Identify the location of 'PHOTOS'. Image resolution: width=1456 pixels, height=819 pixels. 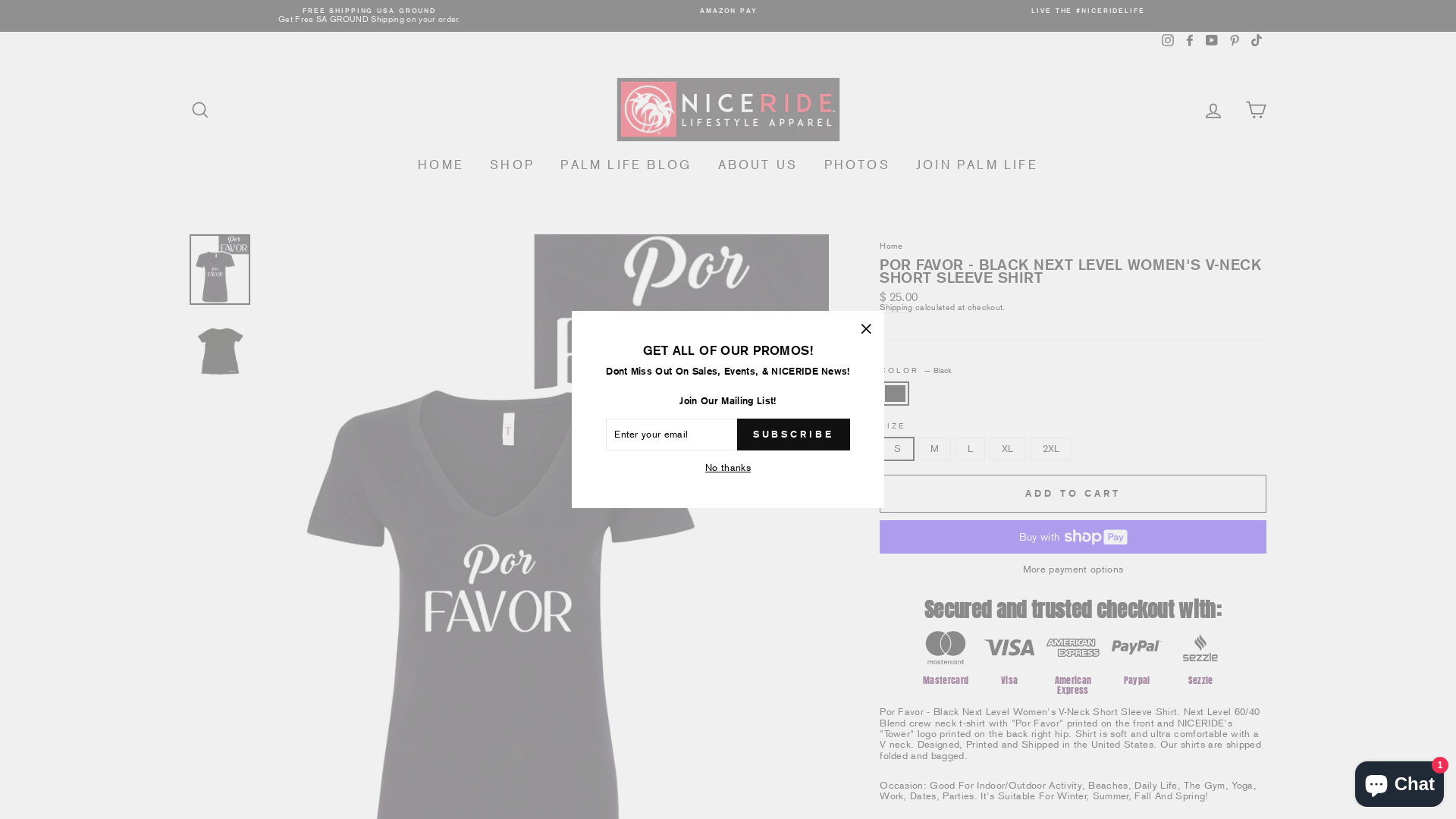
(857, 165).